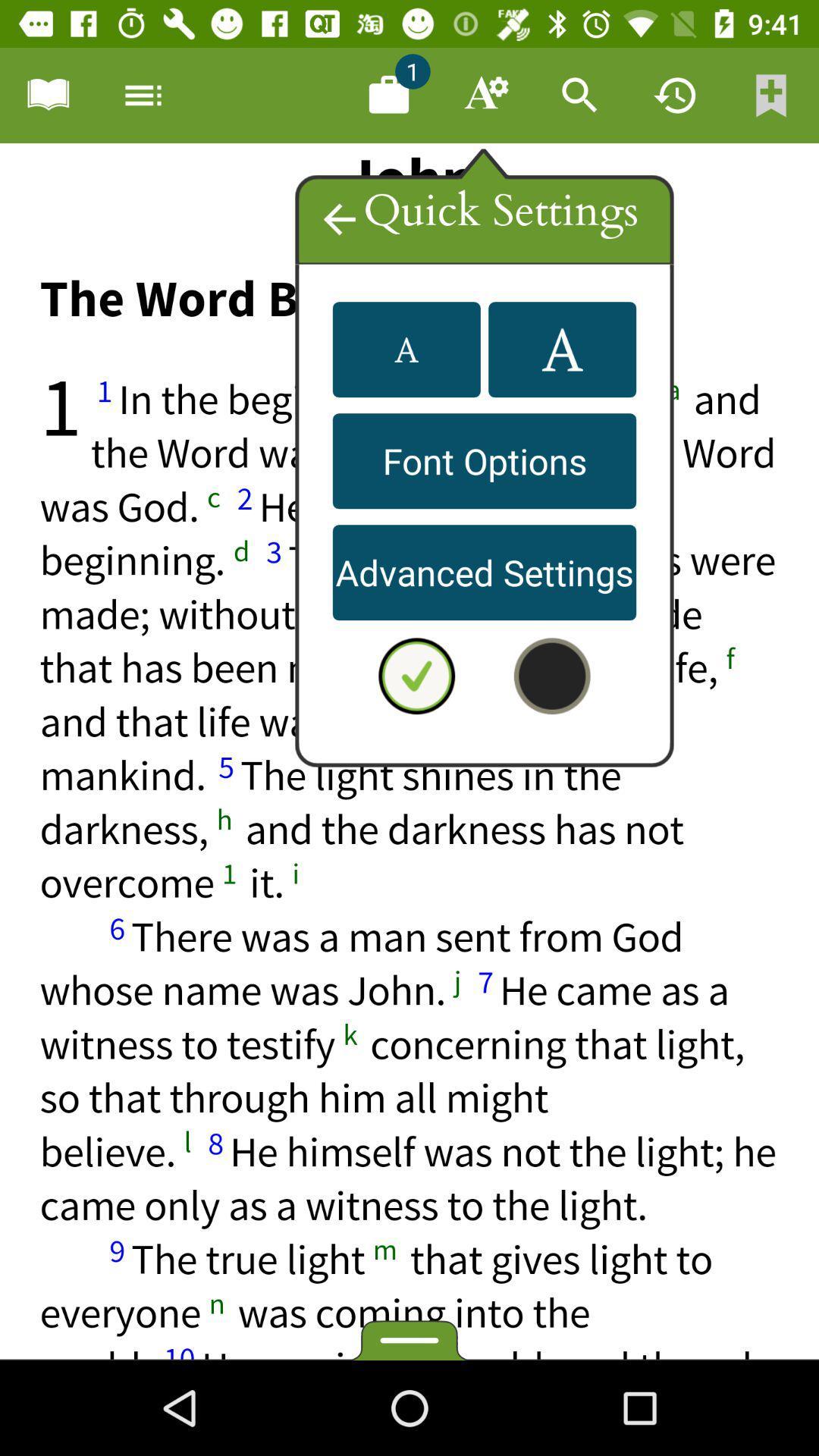 The image size is (819, 1456). Describe the element at coordinates (675, 94) in the screenshot. I see `orange box flashing on timer sign` at that location.